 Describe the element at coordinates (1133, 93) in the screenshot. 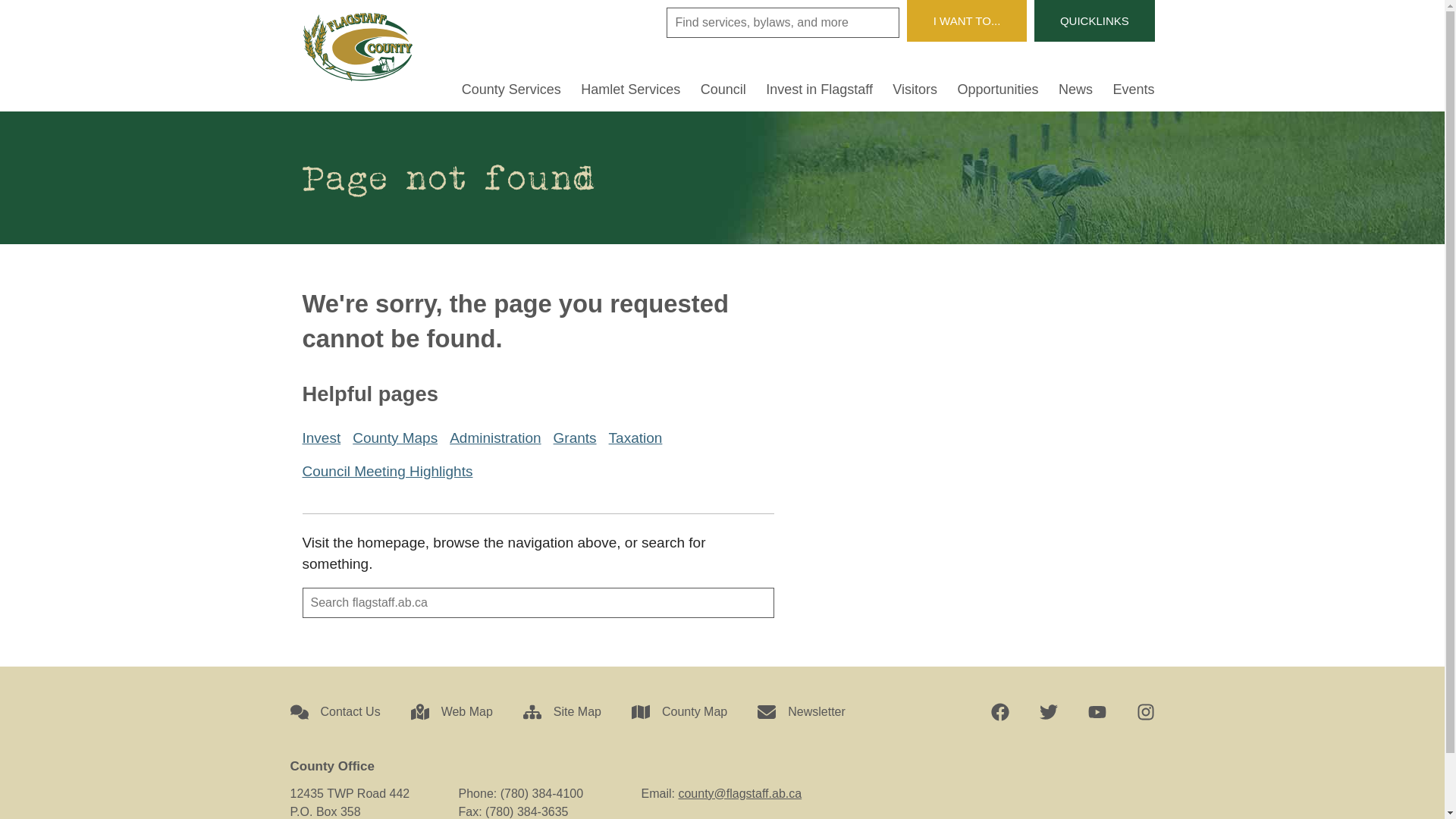

I see `'Events'` at that location.